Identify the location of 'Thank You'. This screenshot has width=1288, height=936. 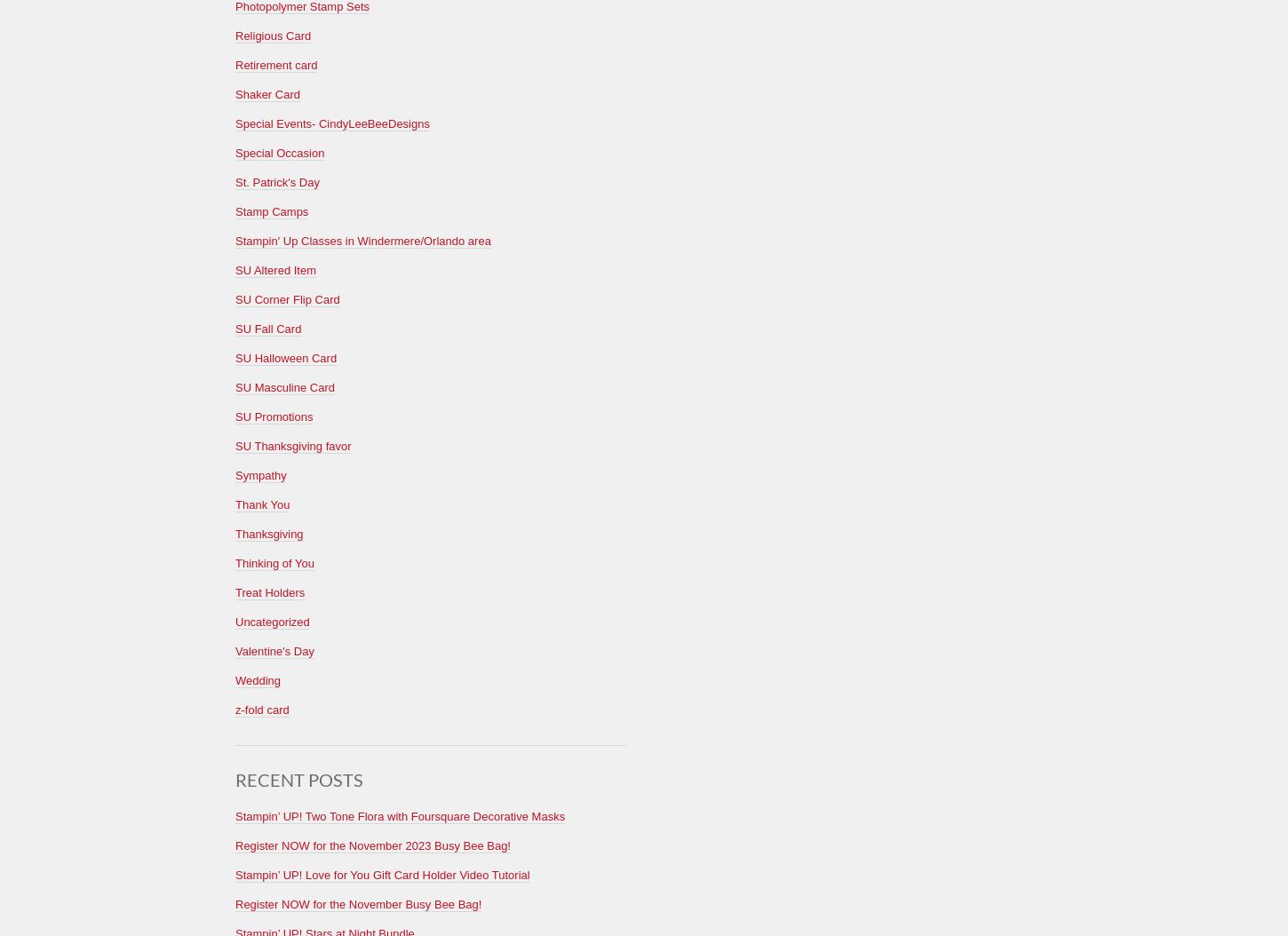
(262, 504).